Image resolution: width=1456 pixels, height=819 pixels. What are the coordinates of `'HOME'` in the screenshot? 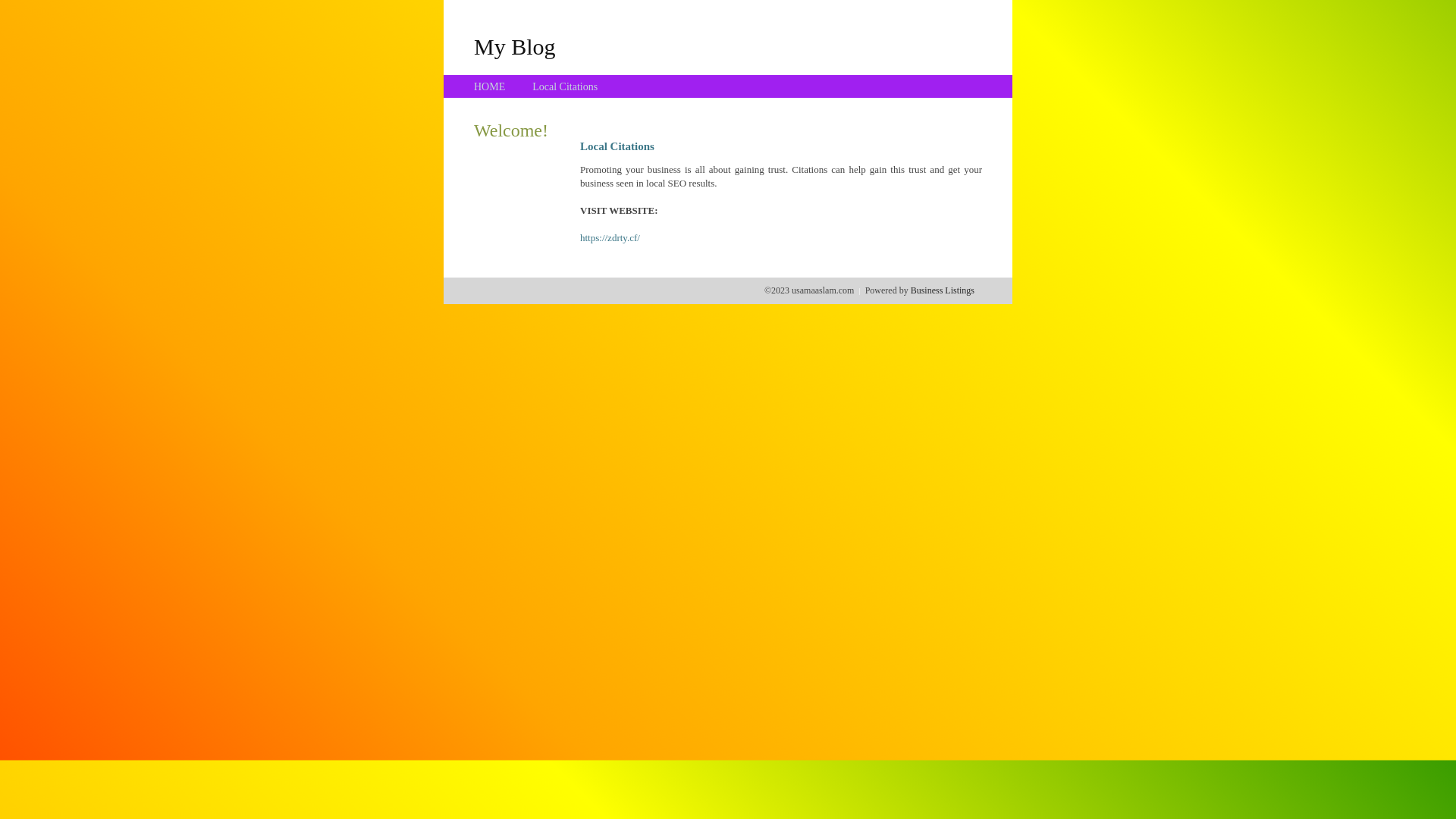 It's located at (489, 86).